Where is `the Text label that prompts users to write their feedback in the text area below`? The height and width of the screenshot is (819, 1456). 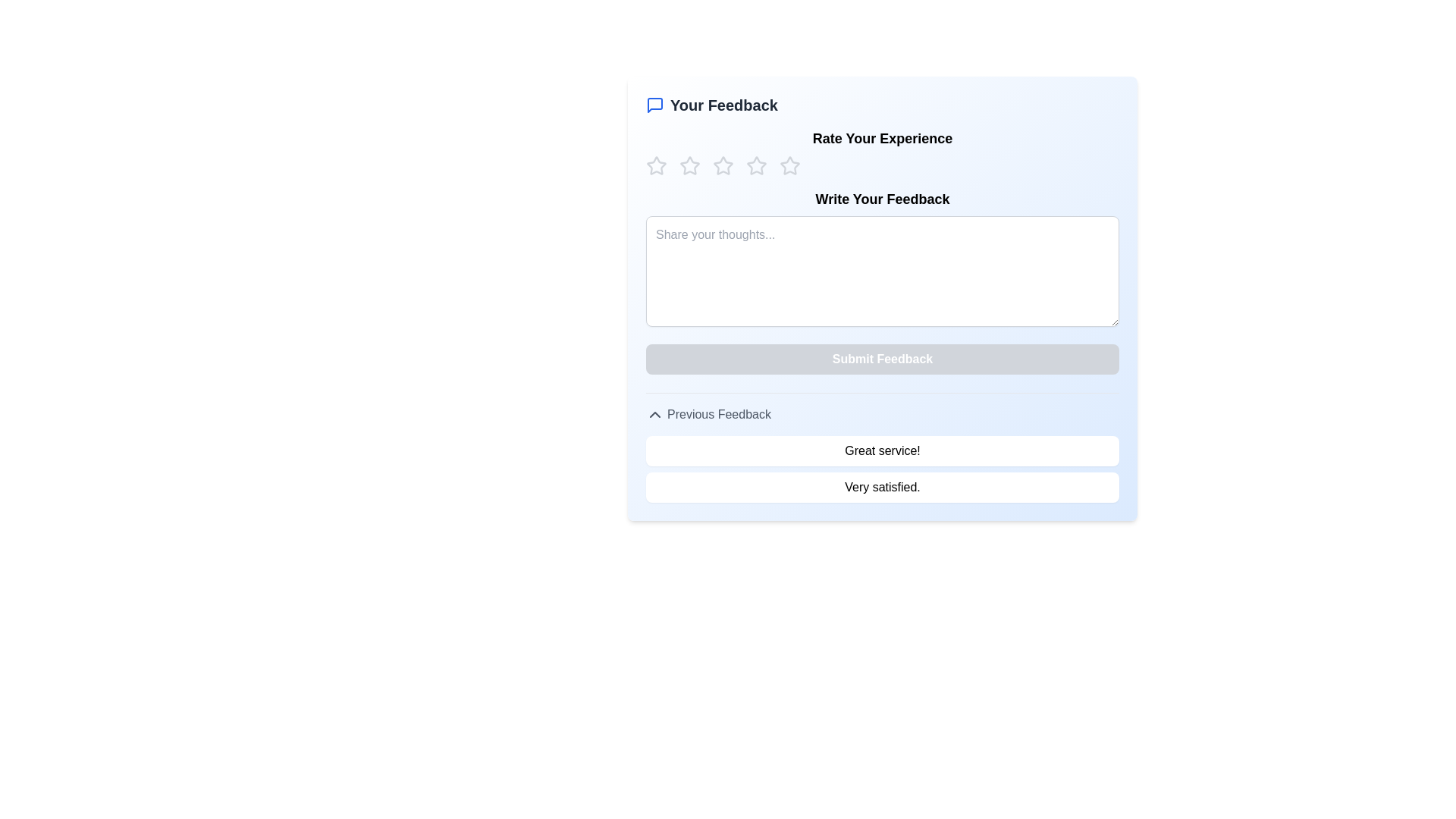
the Text label that prompts users to write their feedback in the text area below is located at coordinates (882, 198).